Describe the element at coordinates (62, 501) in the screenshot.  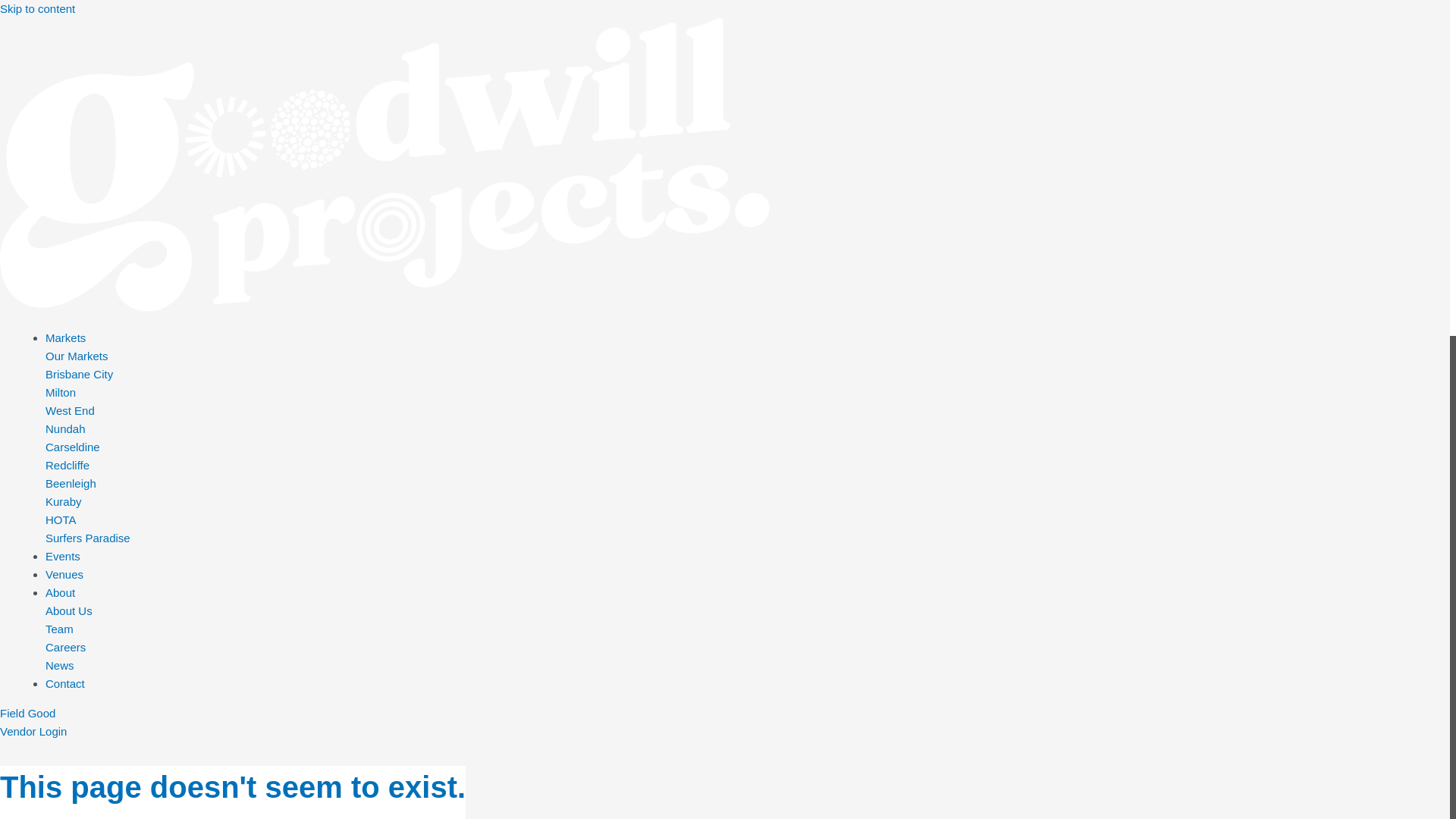
I see `'Kuraby'` at that location.